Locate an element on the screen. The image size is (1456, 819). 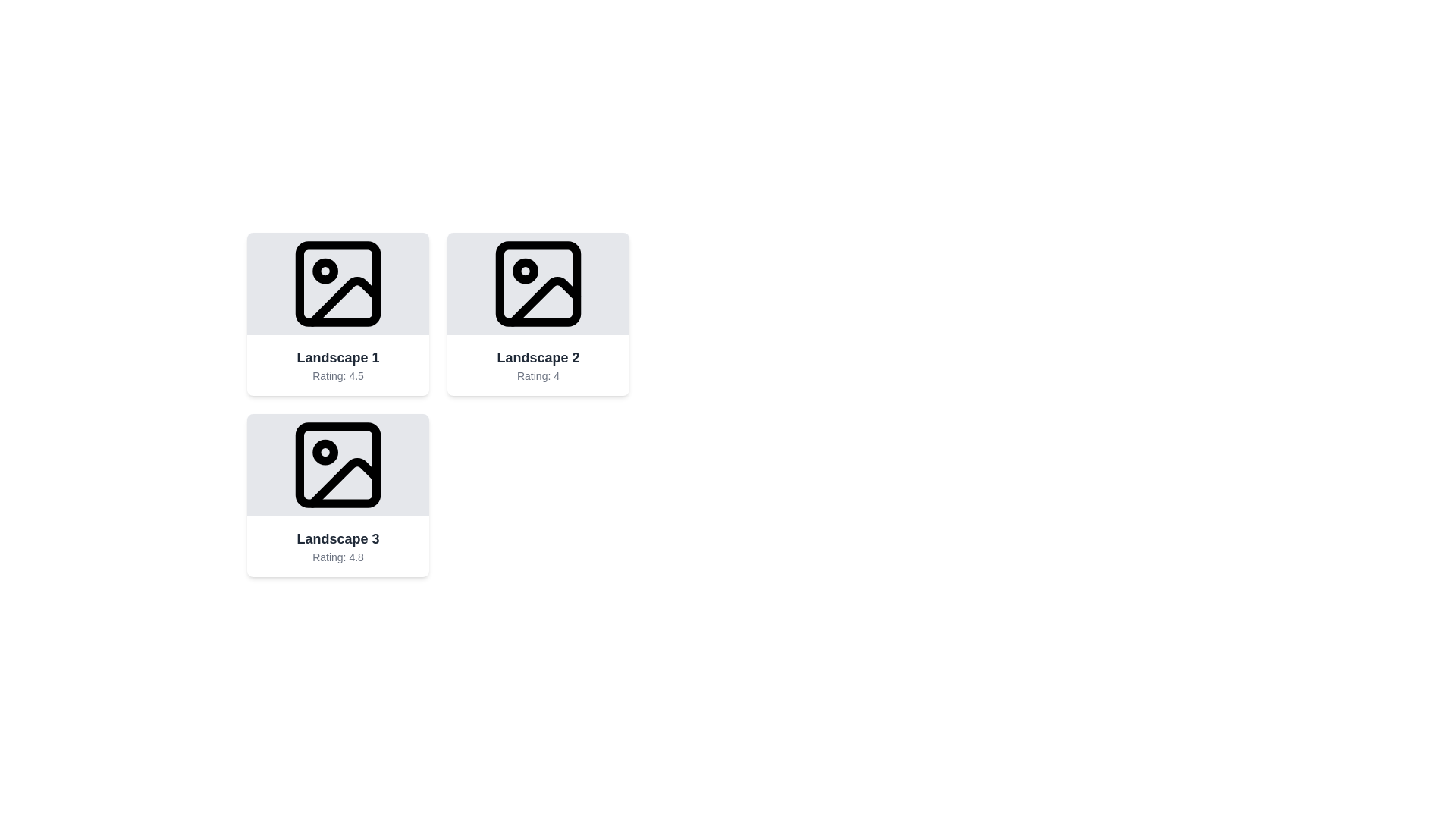
the decorative rectangle within the 'Landscape 2' card's SVG icon, which is centrally aligned in the icon area is located at coordinates (538, 284).